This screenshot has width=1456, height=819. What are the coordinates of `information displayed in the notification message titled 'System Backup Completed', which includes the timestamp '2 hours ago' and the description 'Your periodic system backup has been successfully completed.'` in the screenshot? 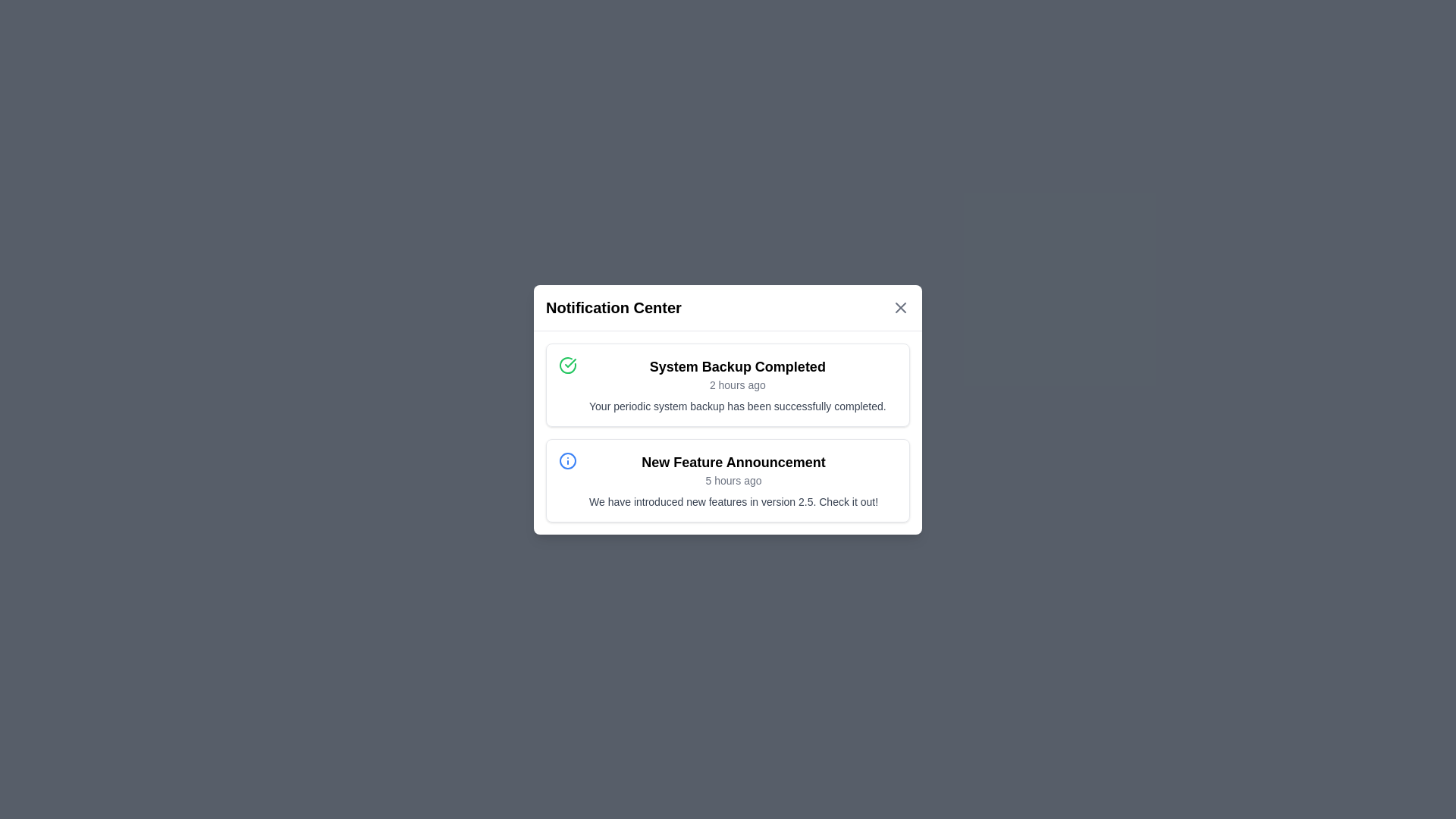 It's located at (737, 384).